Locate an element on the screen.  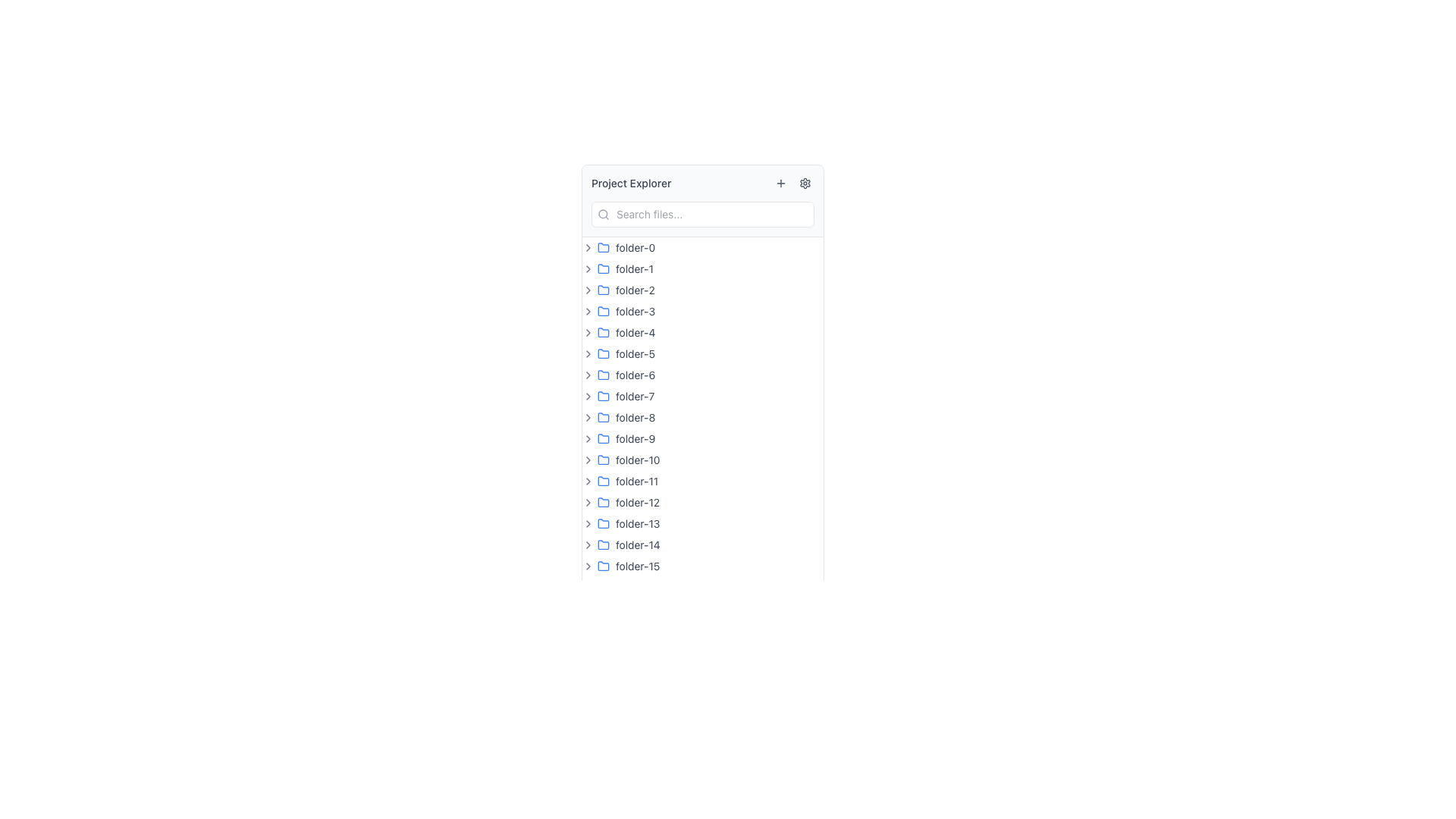
the folder icon representing 'folder-5' is located at coordinates (603, 353).